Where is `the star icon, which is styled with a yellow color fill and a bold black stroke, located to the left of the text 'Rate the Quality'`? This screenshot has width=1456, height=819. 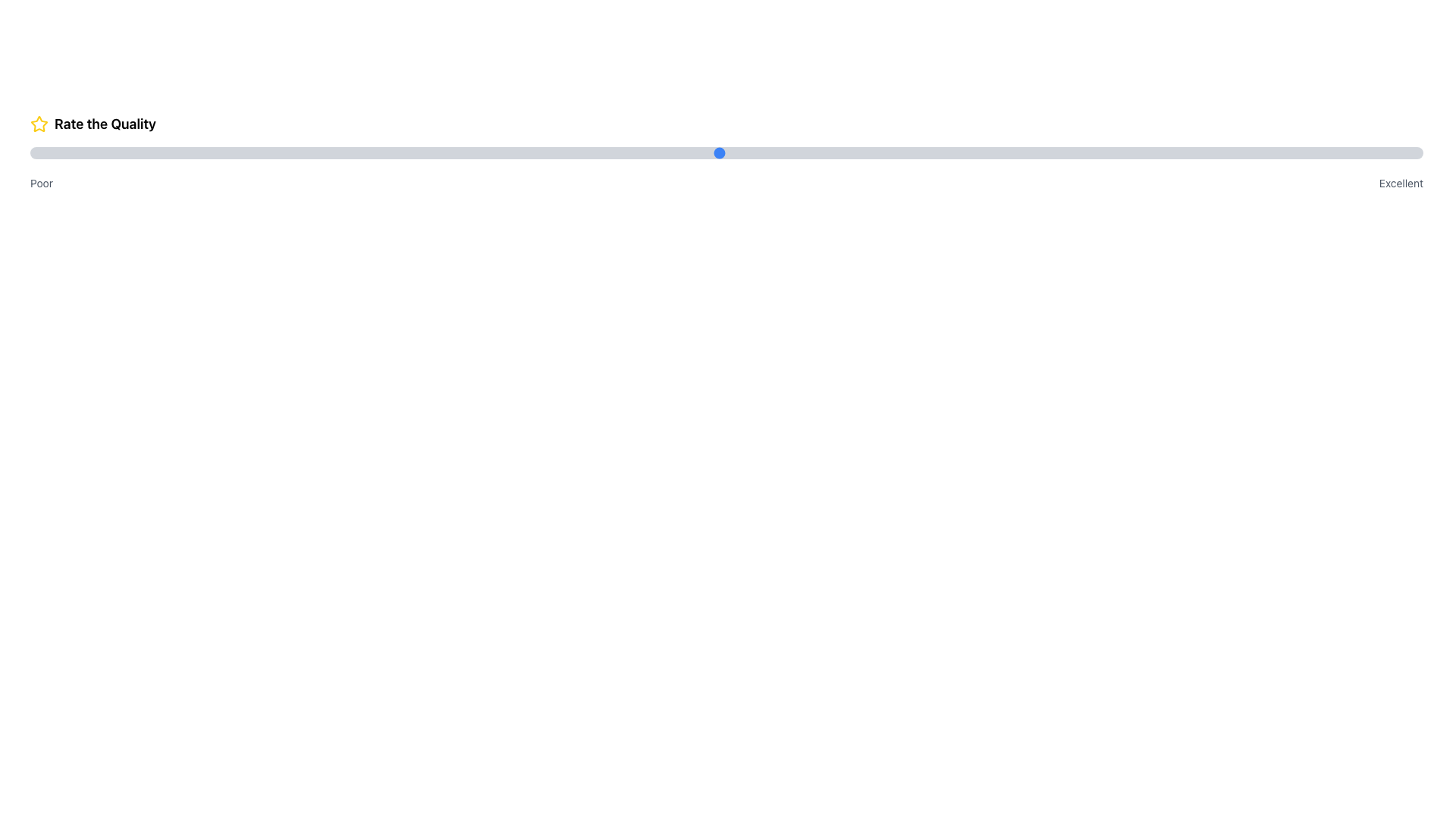 the star icon, which is styled with a yellow color fill and a bold black stroke, located to the left of the text 'Rate the Quality' is located at coordinates (39, 124).